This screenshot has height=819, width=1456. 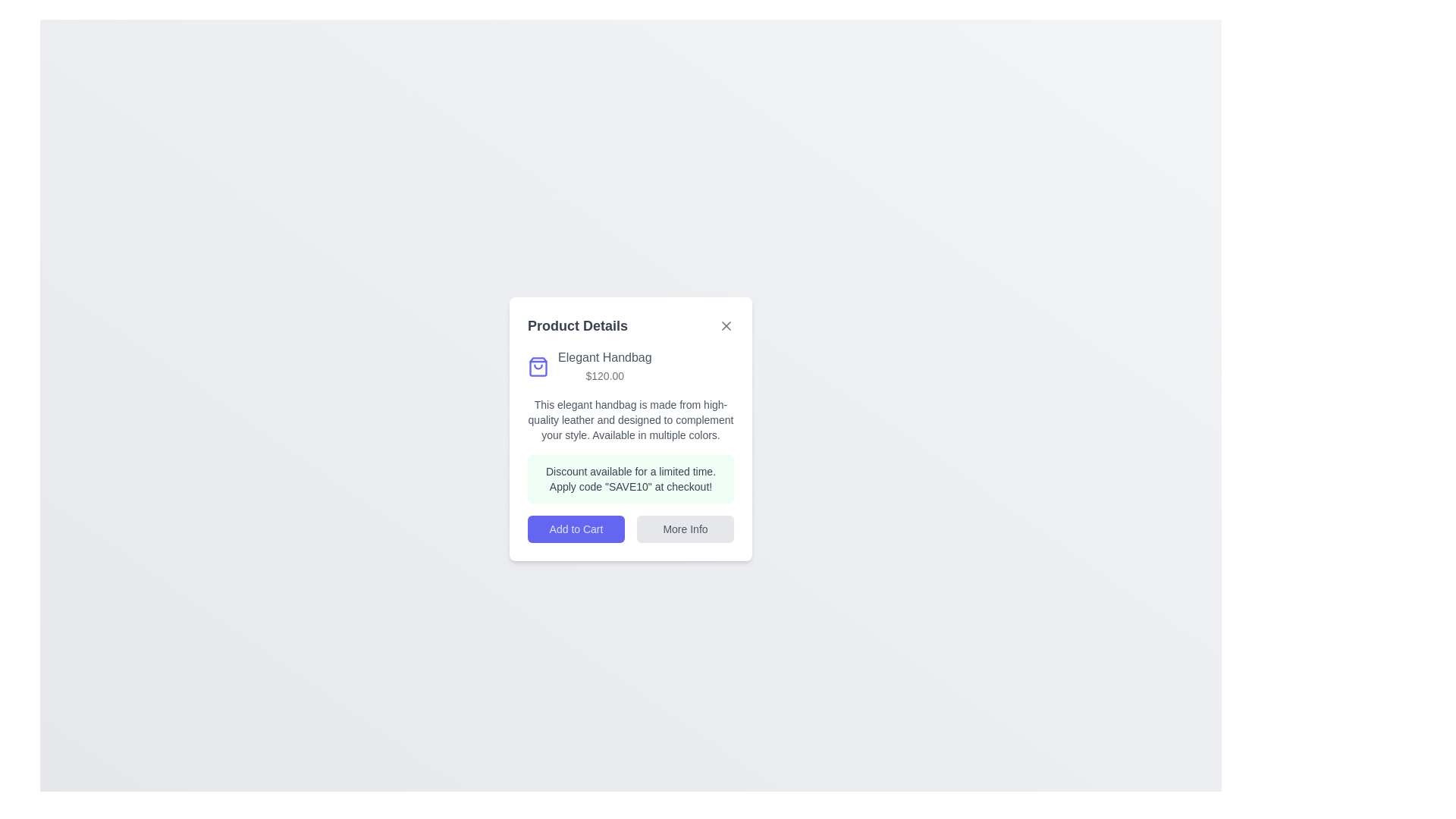 What do you see at coordinates (684, 529) in the screenshot?
I see `the 'More Info' button, which has a light gray background and is located in the lower-right section of a modal, adjacent to the 'Add to Cart' button` at bounding box center [684, 529].